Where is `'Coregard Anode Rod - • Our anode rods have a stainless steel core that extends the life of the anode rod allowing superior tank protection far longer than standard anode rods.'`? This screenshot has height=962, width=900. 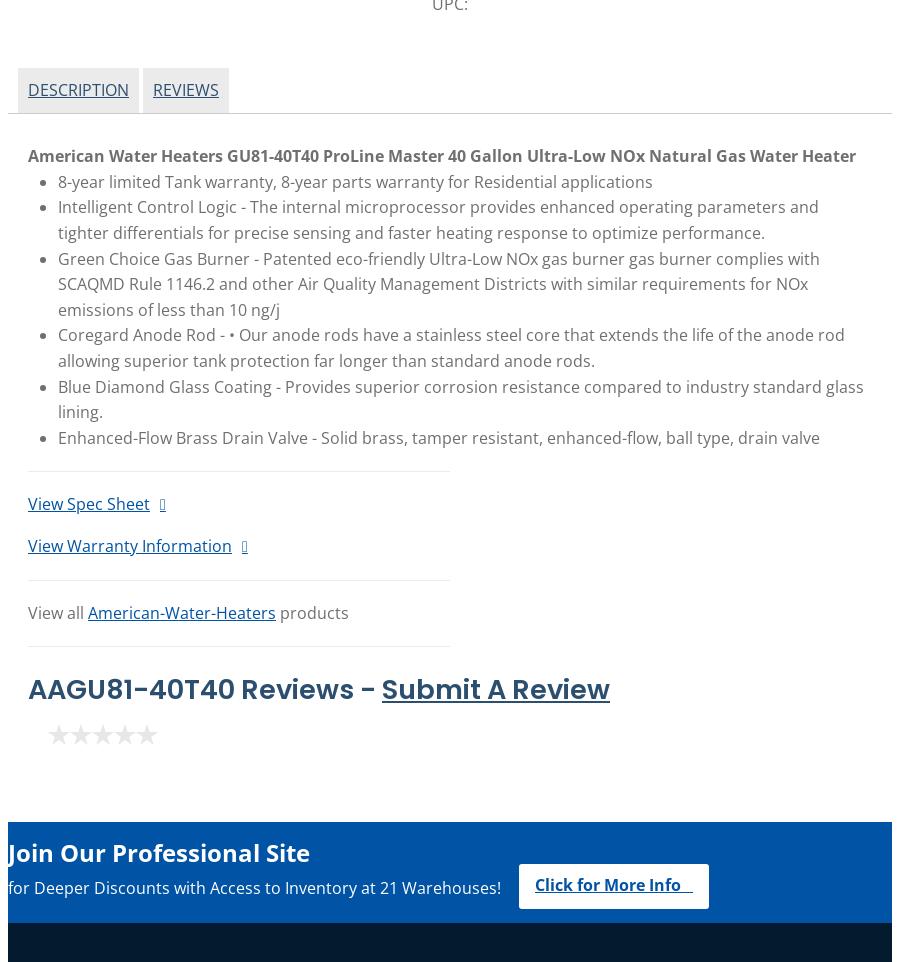
'Coregard Anode Rod - • Our anode rods have a stainless steel core that extends the life of the anode rod allowing superior tank protection far longer than standard anode rods.' is located at coordinates (450, 347).